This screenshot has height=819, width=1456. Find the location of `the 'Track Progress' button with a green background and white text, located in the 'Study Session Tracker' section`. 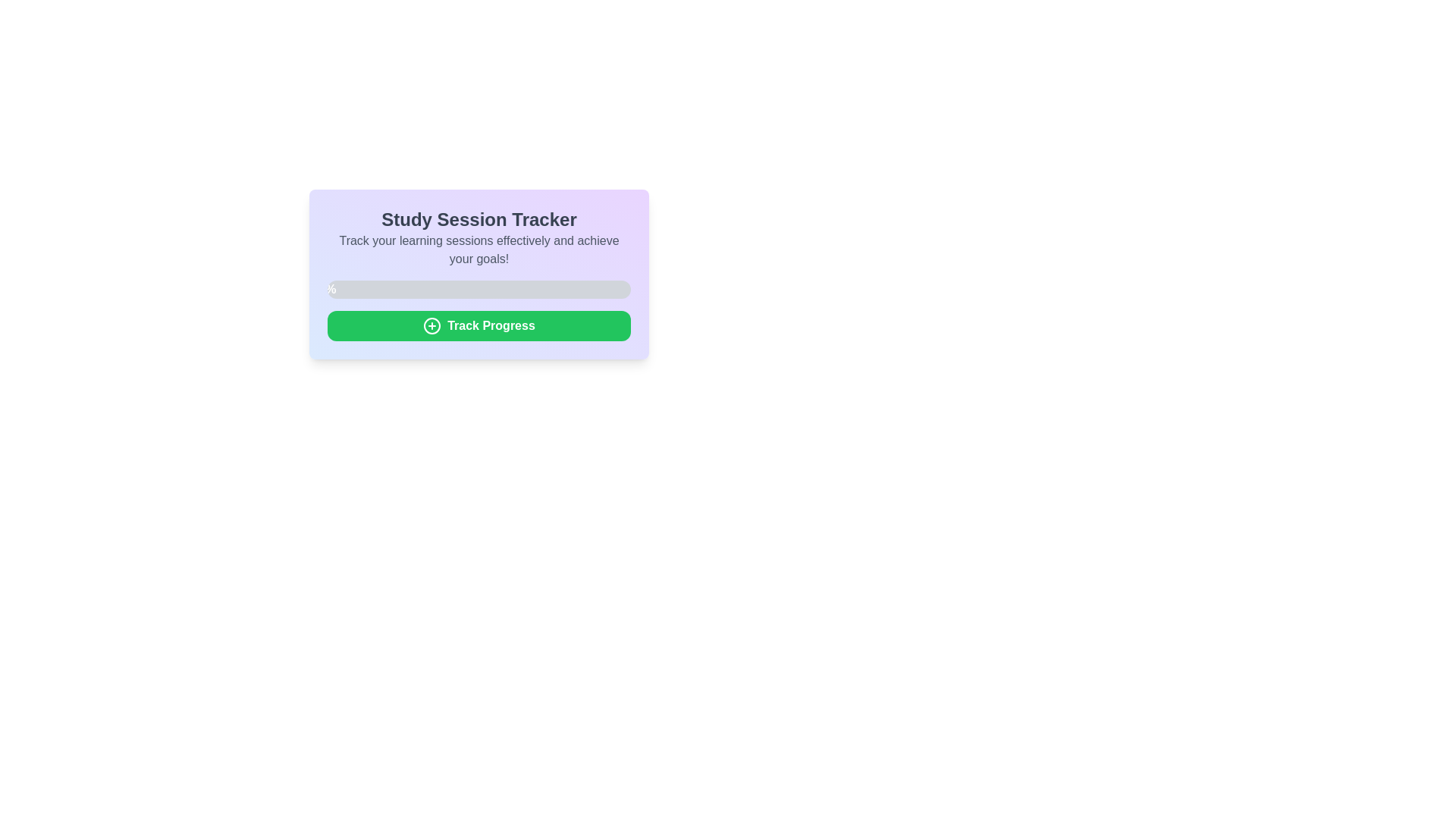

the 'Track Progress' button with a green background and white text, located in the 'Study Session Tracker' section is located at coordinates (479, 325).